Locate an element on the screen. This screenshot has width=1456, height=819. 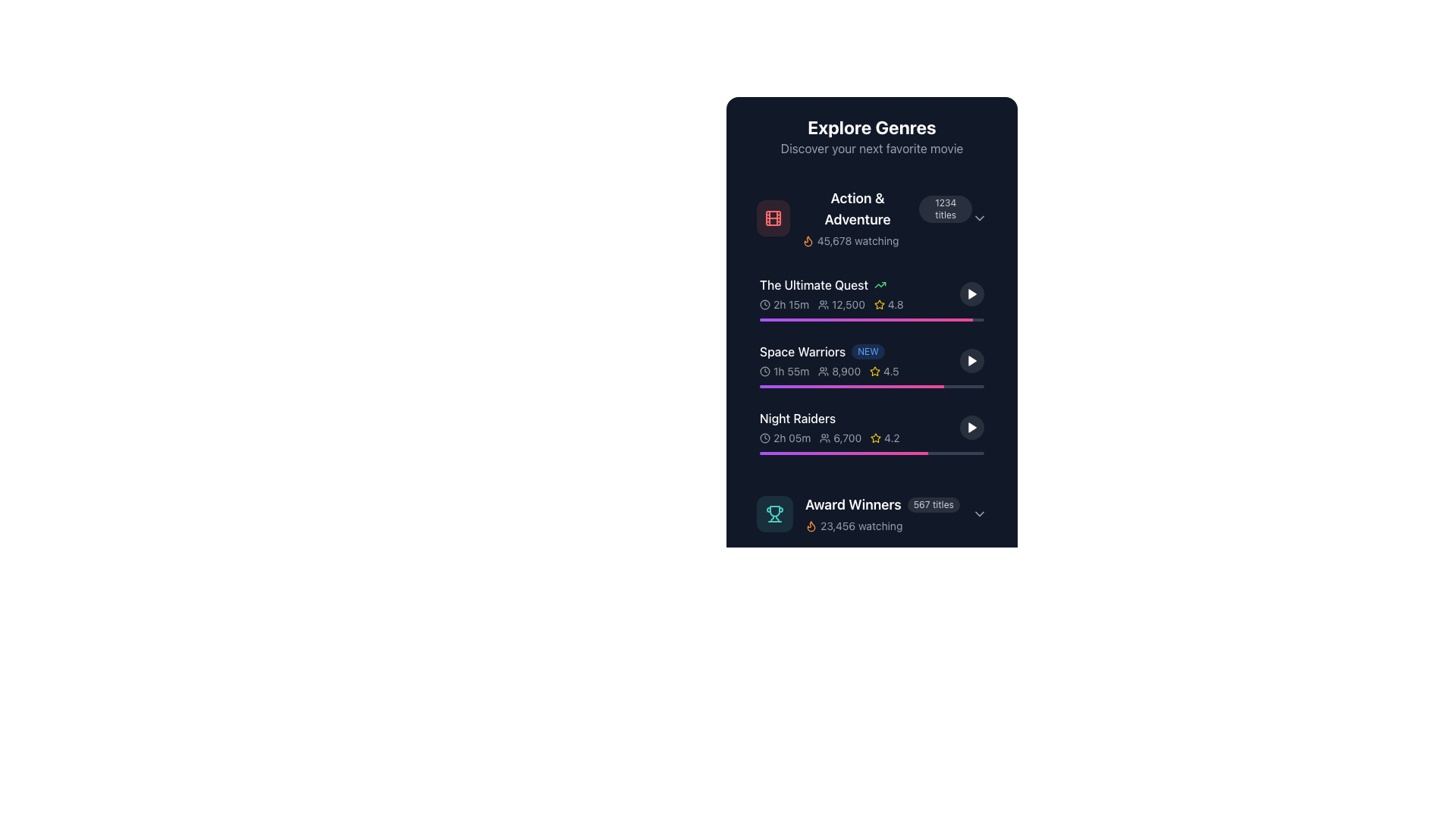
individual movie entries in the 'Action & Adventure' genre section located prominently in the top-left of the 'Explore Genres' card is located at coordinates (872, 322).